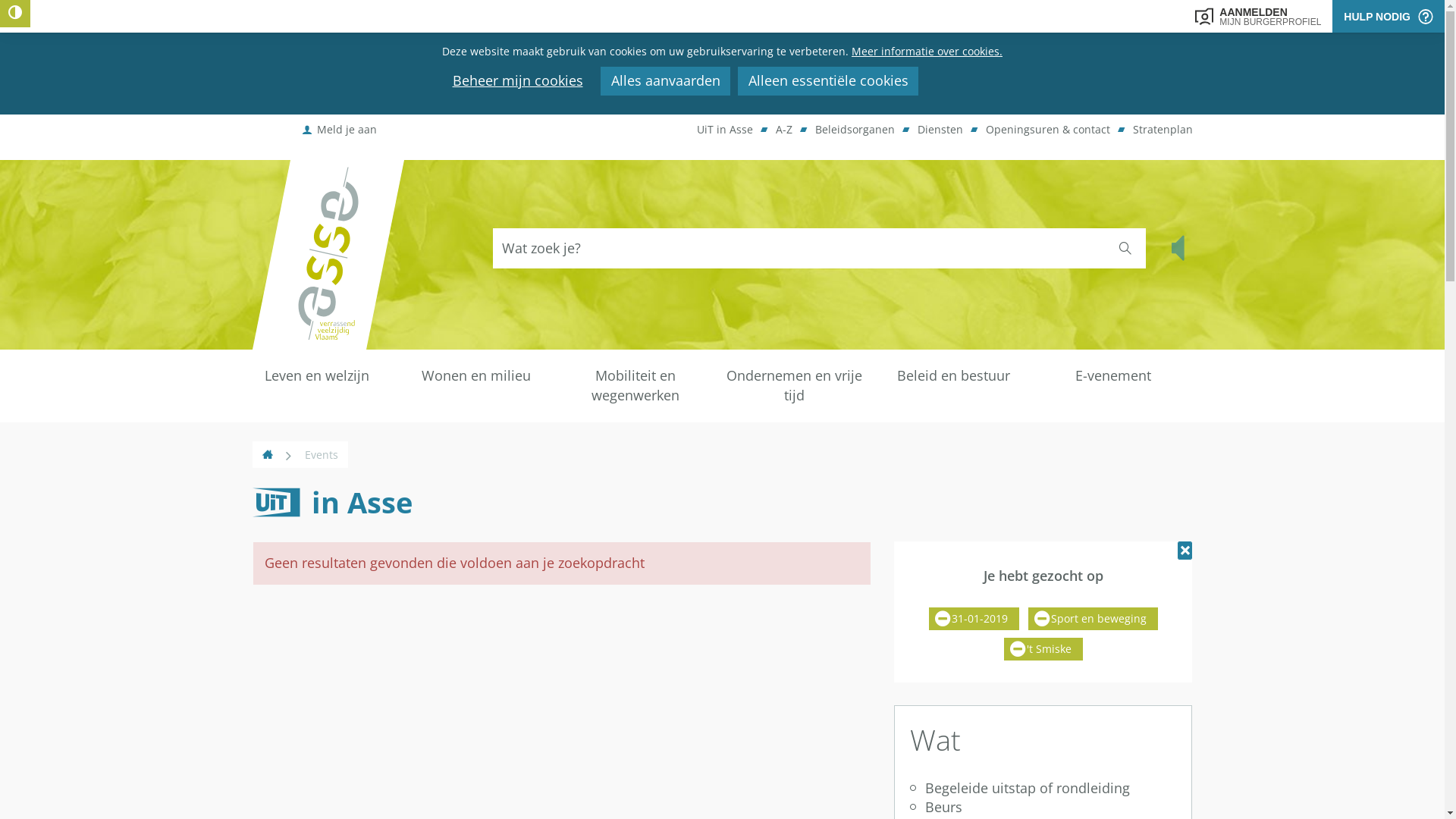  I want to click on 'Leven en welzijn', so click(315, 375).